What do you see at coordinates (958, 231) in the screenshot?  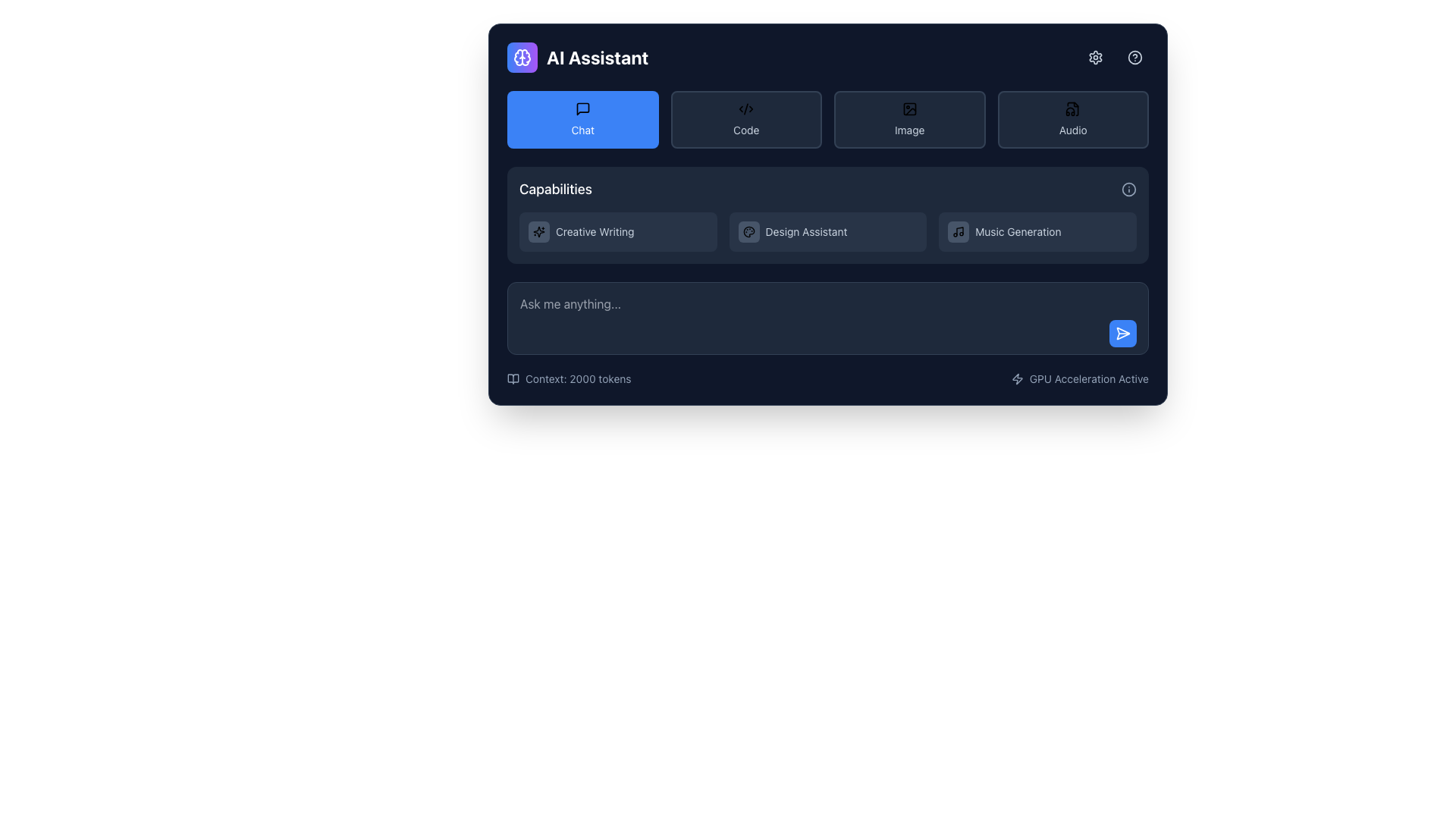 I see `the music note icon with a dark slate-gray background located in the 'Capabilities' section` at bounding box center [958, 231].